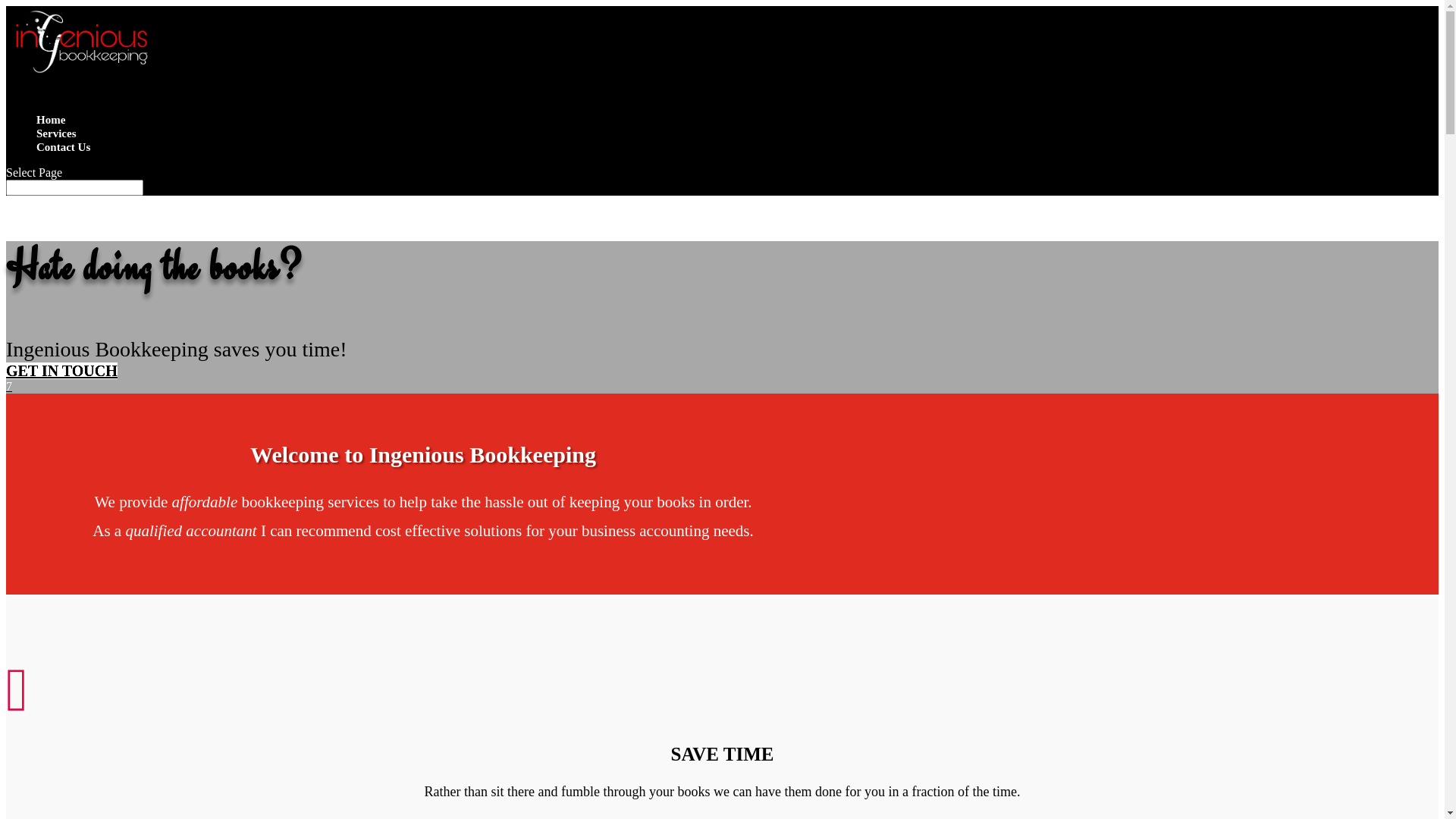  I want to click on 'Services', so click(55, 142).